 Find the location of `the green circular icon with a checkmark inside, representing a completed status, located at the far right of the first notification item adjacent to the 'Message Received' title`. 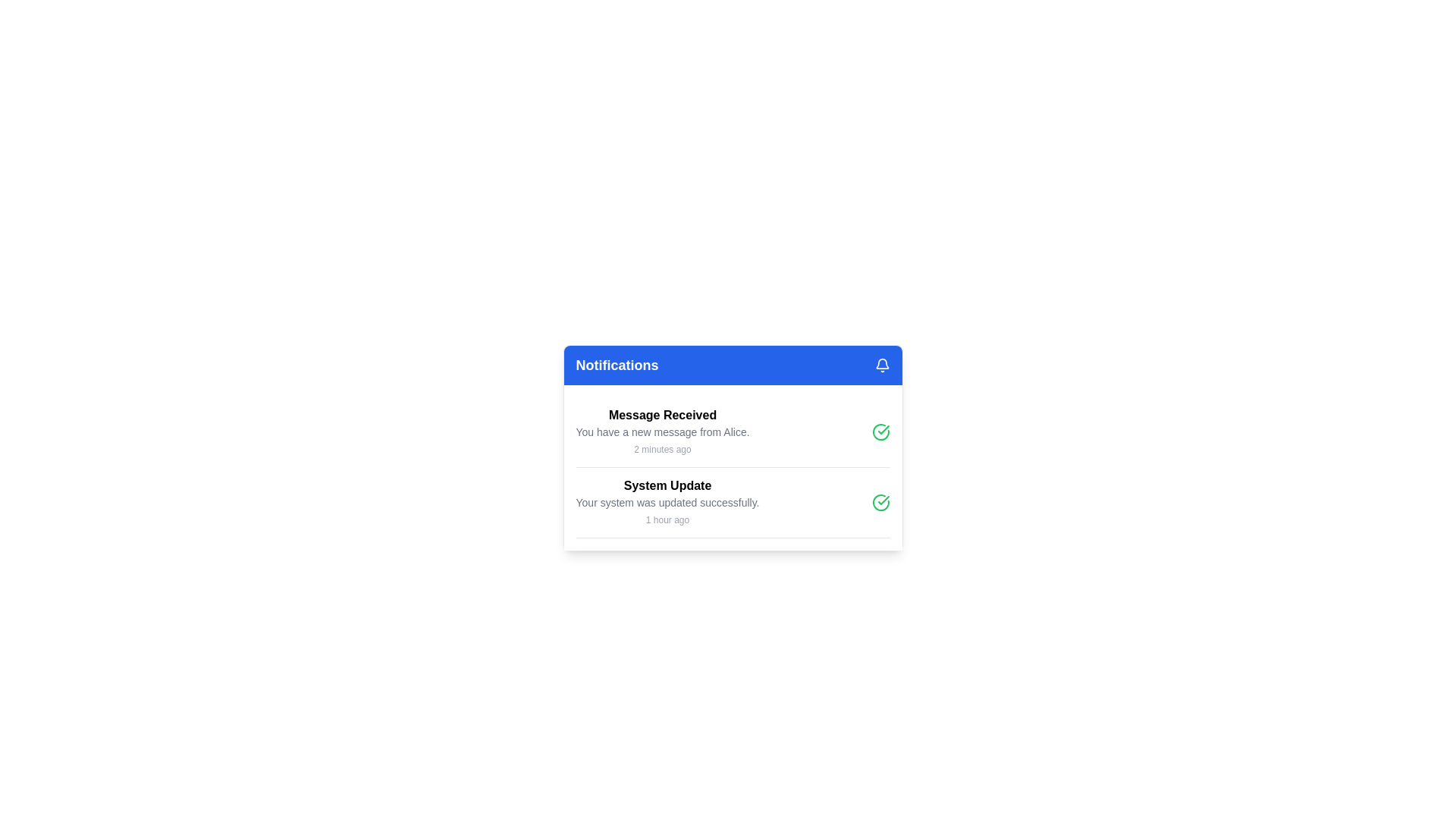

the green circular icon with a checkmark inside, representing a completed status, located at the far right of the first notification item adjacent to the 'Message Received' title is located at coordinates (880, 432).